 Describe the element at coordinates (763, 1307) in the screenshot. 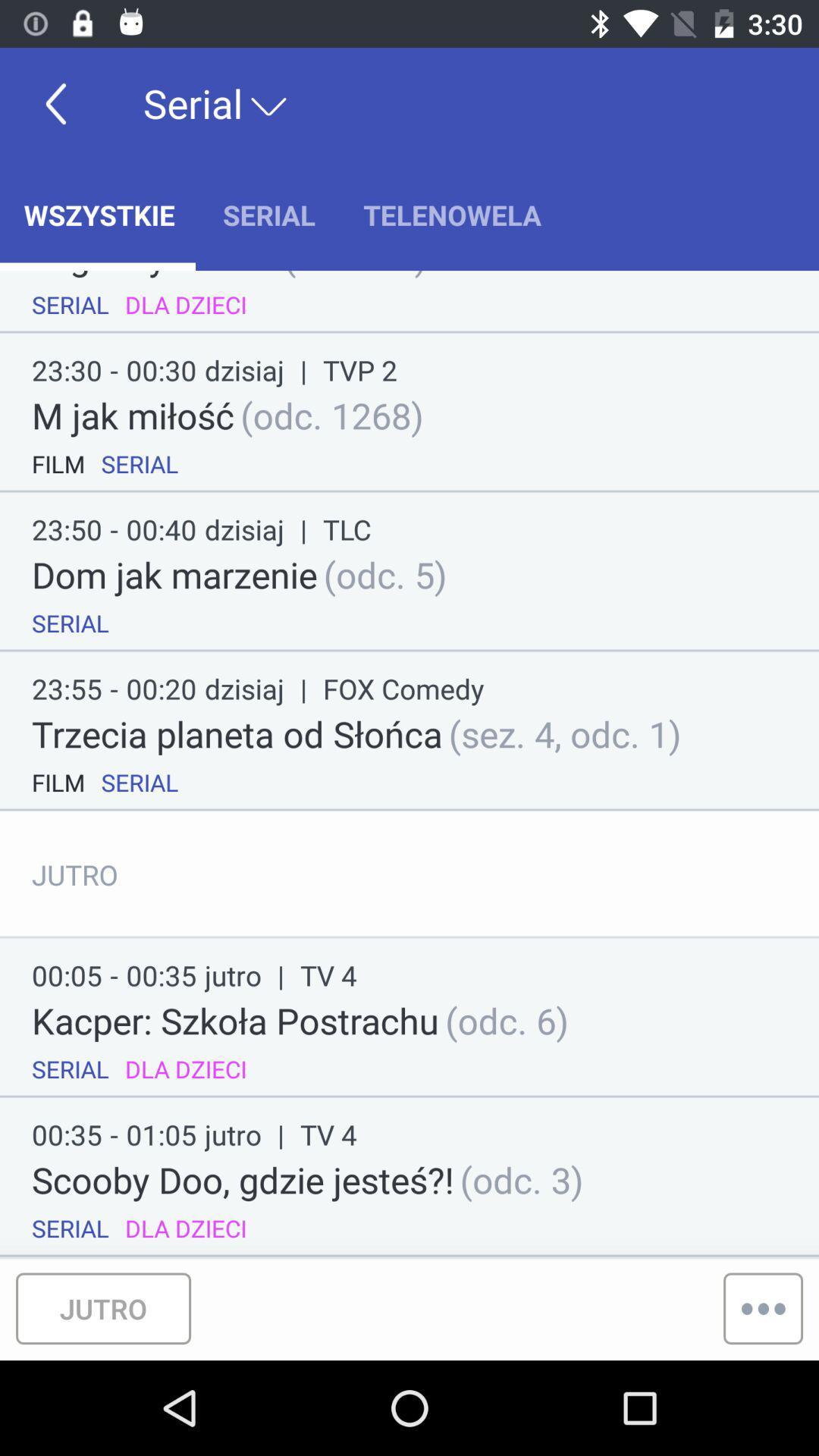

I see `the more icon` at that location.